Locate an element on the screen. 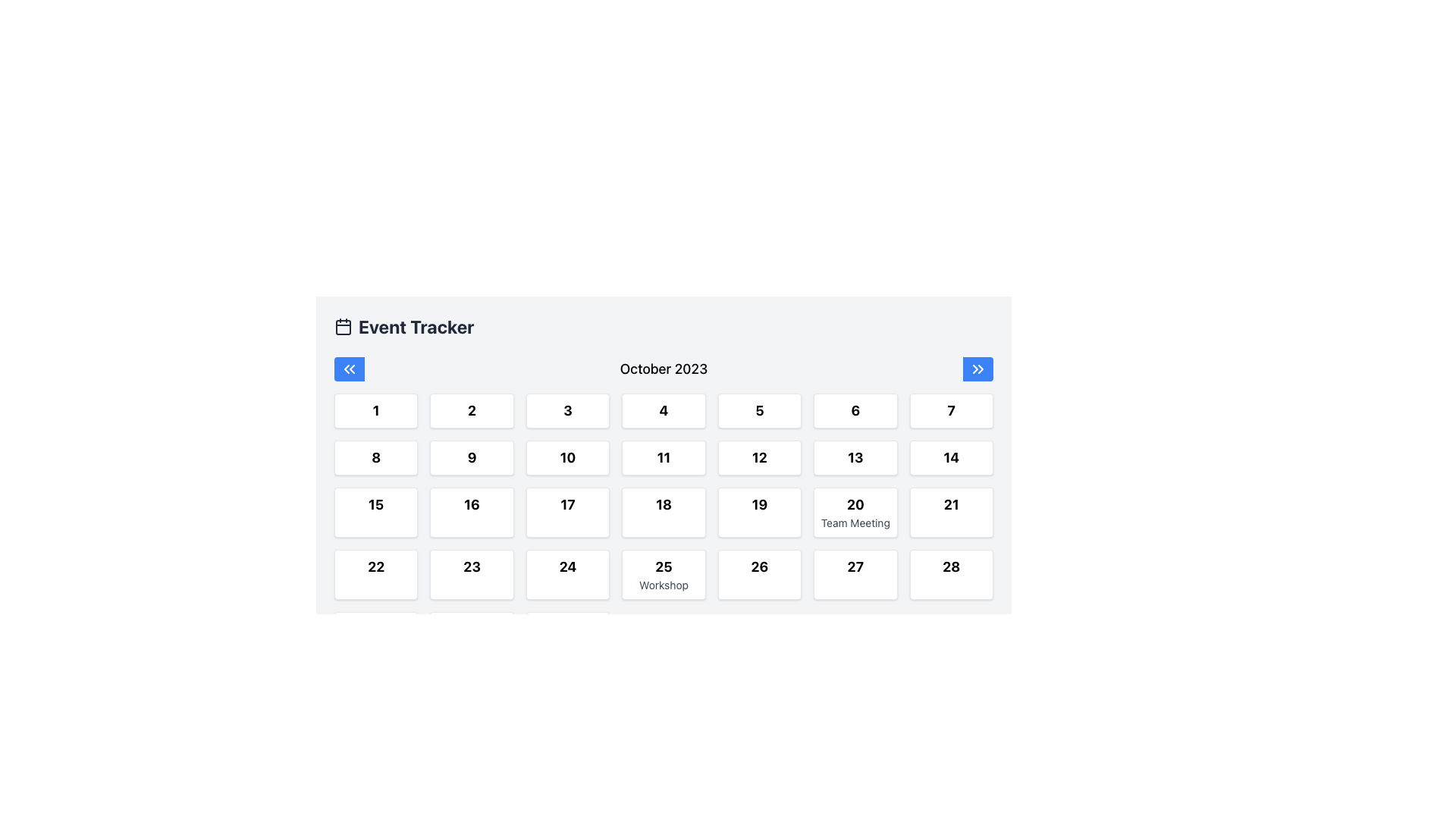 This screenshot has height=819, width=1456. the text display showing the date '7' in the calendar, located in the second row and seventh column of the grid layout is located at coordinates (950, 411).